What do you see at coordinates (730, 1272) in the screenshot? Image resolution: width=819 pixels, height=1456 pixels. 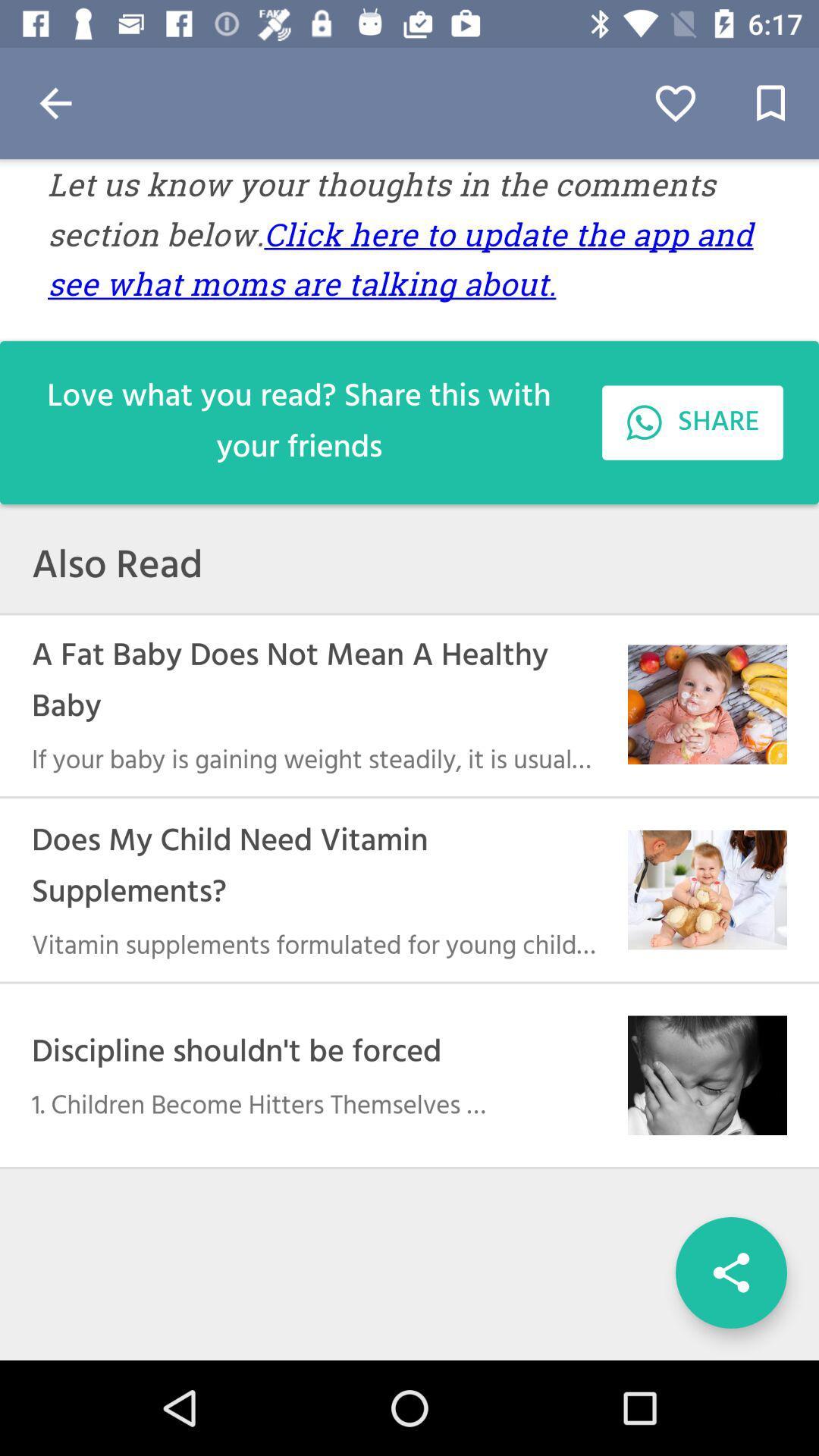 I see `share option` at bounding box center [730, 1272].